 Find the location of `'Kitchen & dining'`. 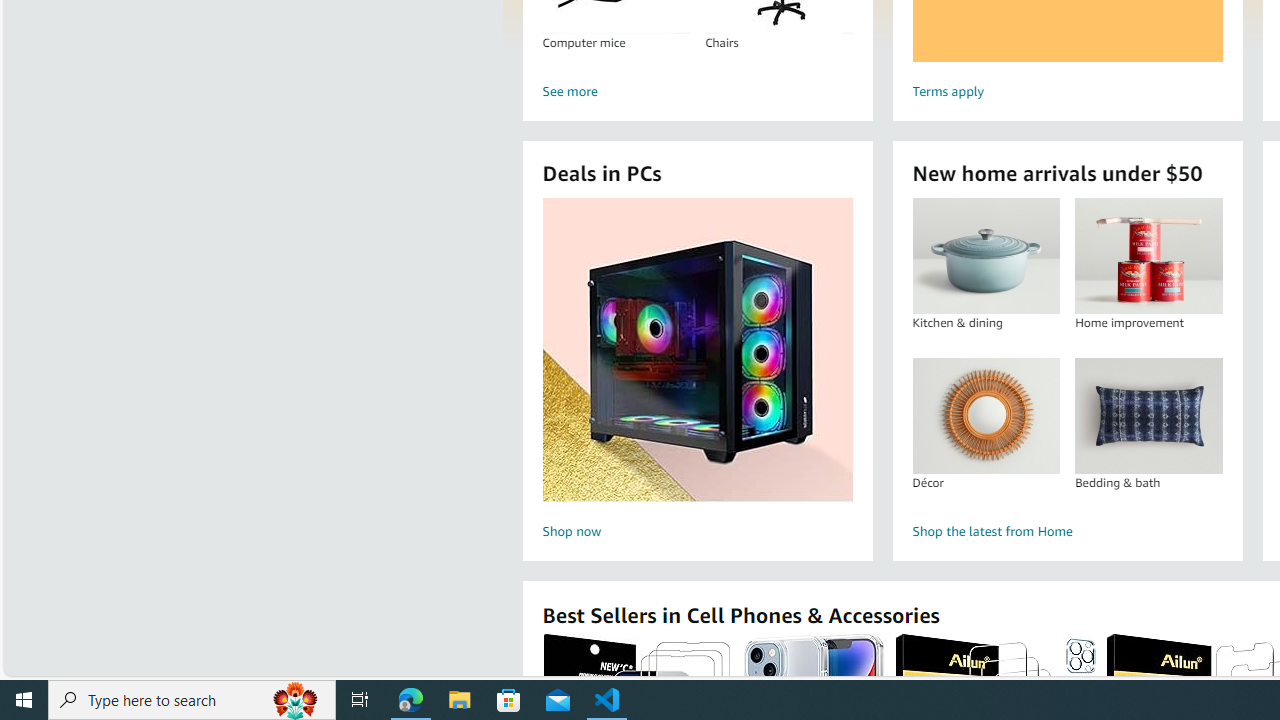

'Kitchen & dining' is located at coordinates (986, 255).